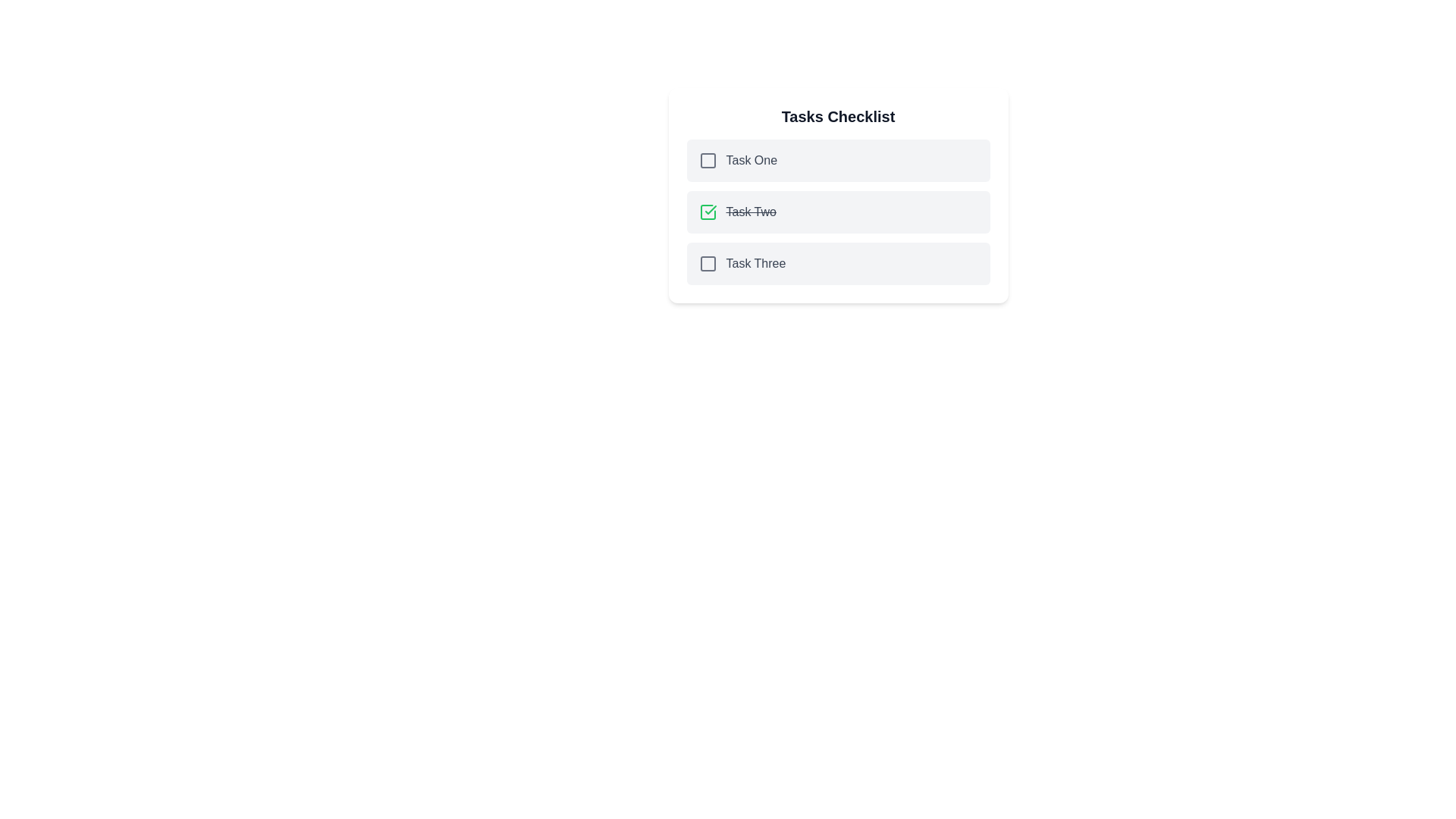  Describe the element at coordinates (707, 212) in the screenshot. I see `the checkbox icon indicating the completed status of 'Task Two'` at that location.